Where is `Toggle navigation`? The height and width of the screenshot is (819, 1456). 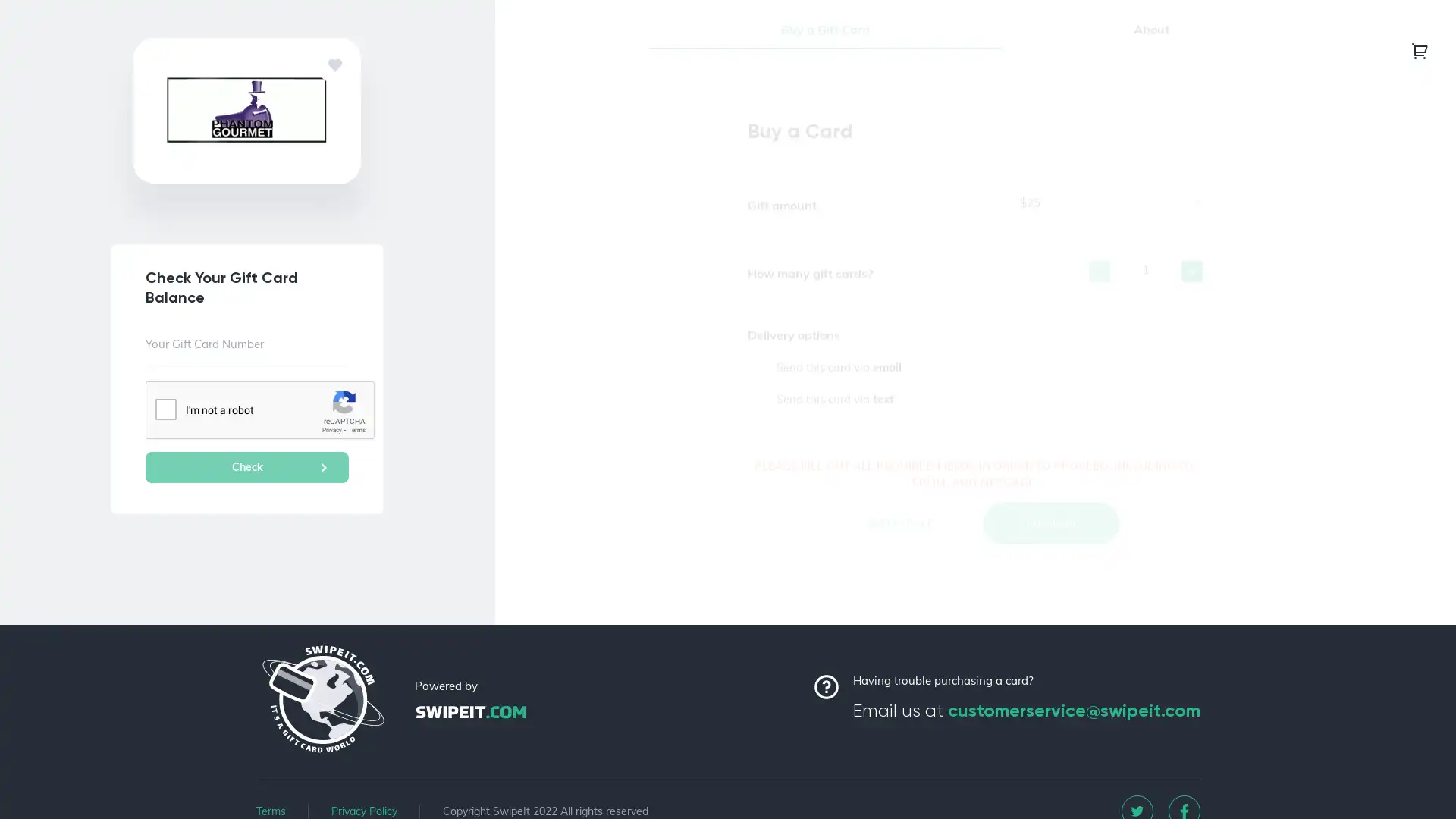 Toggle navigation is located at coordinates (1419, 49).